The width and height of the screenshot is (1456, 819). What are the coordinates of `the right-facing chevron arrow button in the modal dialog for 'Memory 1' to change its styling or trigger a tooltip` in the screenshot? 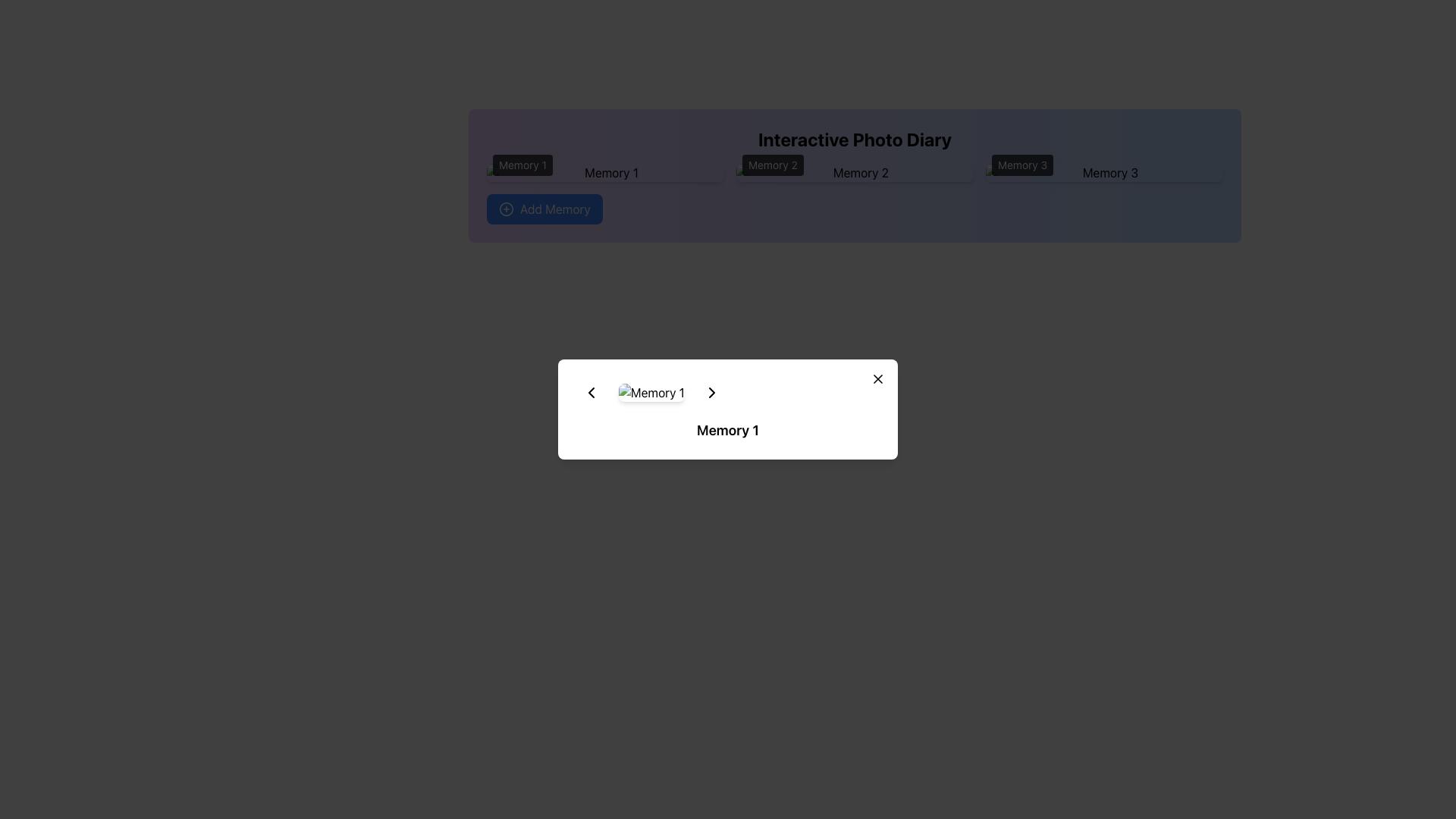 It's located at (711, 391).